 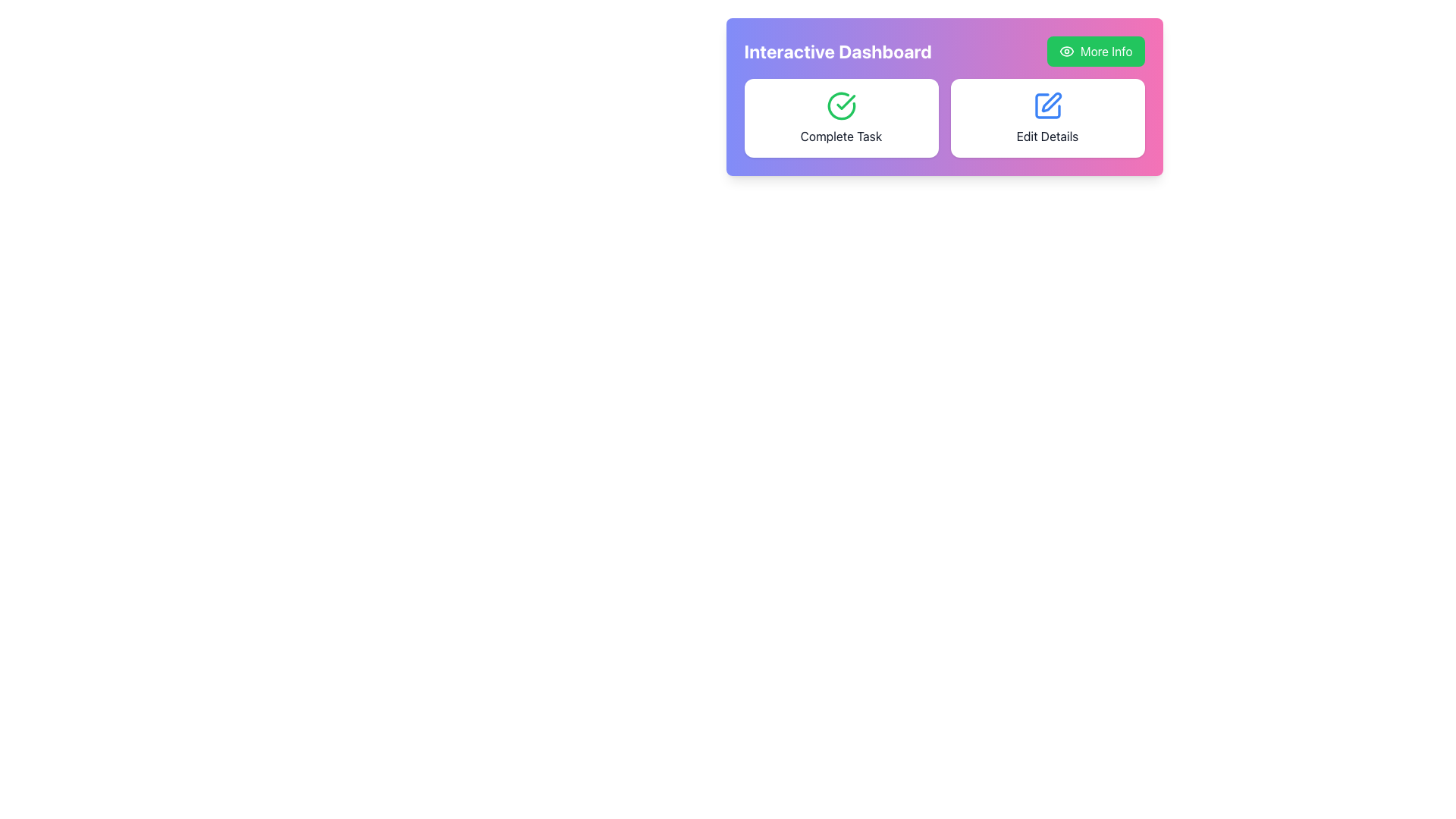 I want to click on the 'Edit Details' button, which is a rectangular card with a blue pen icon and the label 'Edit Details' below it, located to the right of the 'Complete Task' card in the Interactive Dashboard section, so click(x=1046, y=117).